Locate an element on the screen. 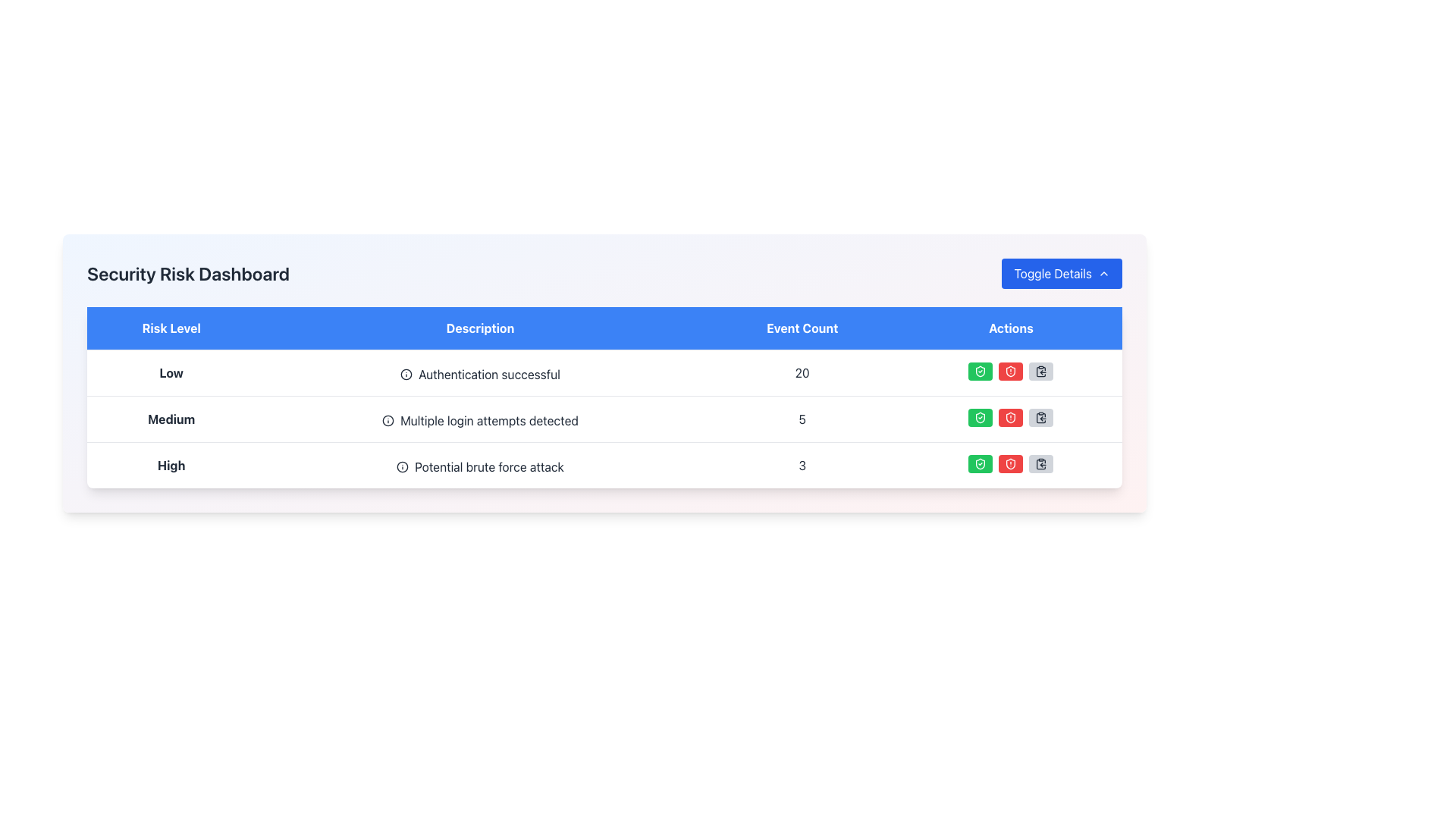 The image size is (1456, 819). the text label displaying 'Event Count' which is the third column header in the table, positioned between 'Description' and 'Actions' is located at coordinates (802, 328).